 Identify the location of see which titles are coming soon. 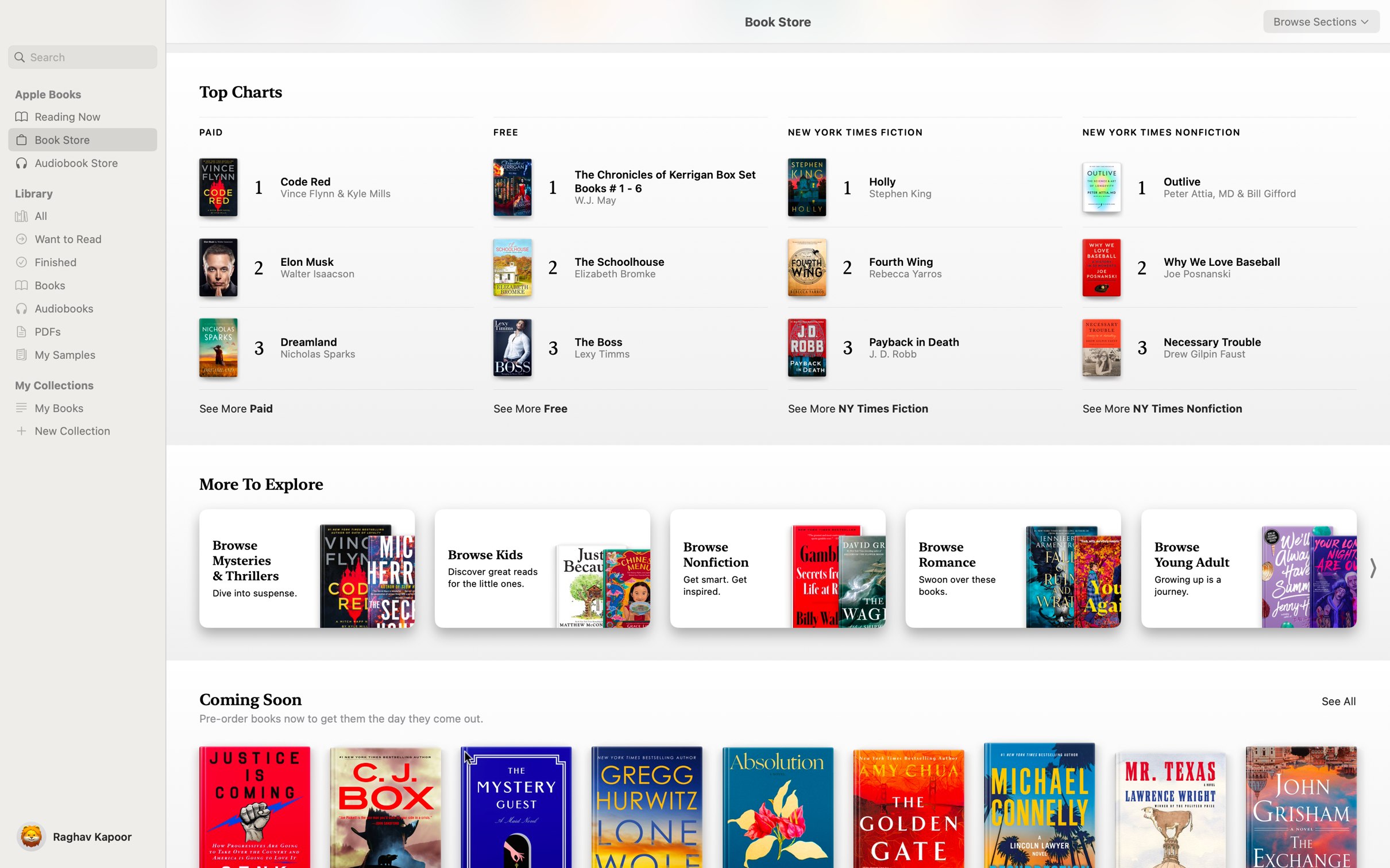
(2615285, 968688).